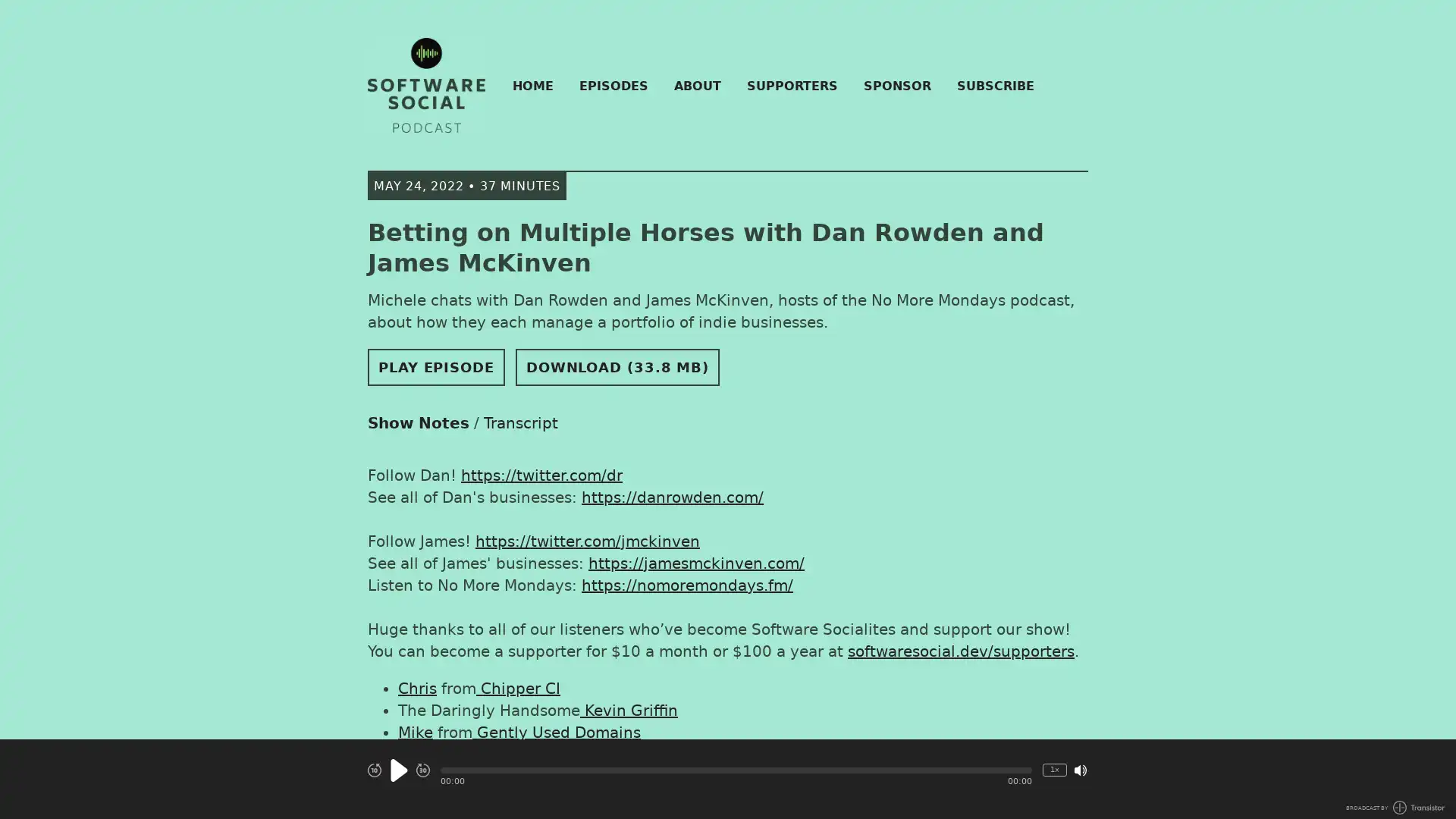 This screenshot has width=1456, height=819. I want to click on Seek within Episode, so click(736, 770).